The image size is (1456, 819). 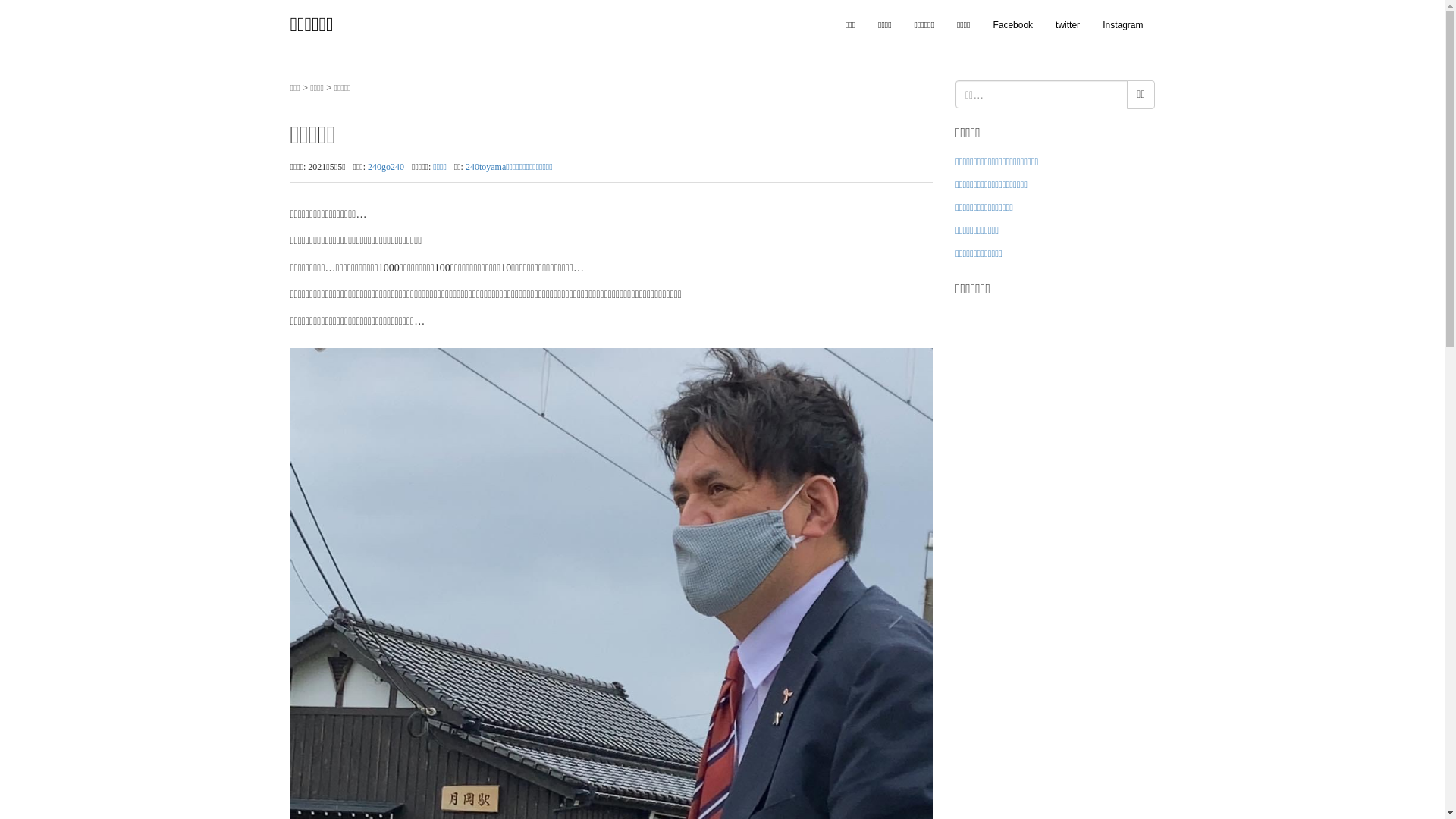 What do you see at coordinates (367, 166) in the screenshot?
I see `'240go240'` at bounding box center [367, 166].